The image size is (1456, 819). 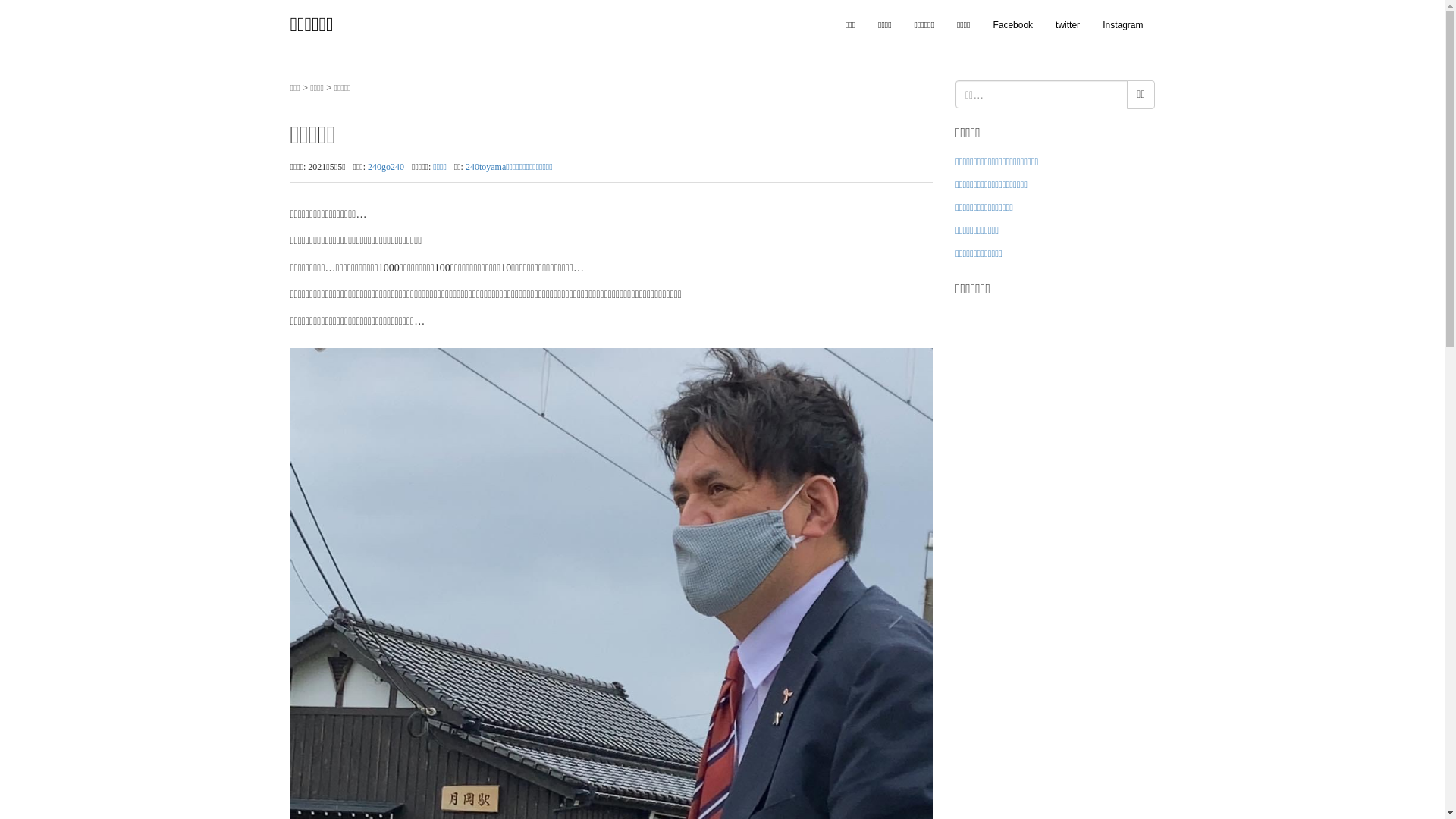 What do you see at coordinates (367, 166) in the screenshot?
I see `'240go240'` at bounding box center [367, 166].